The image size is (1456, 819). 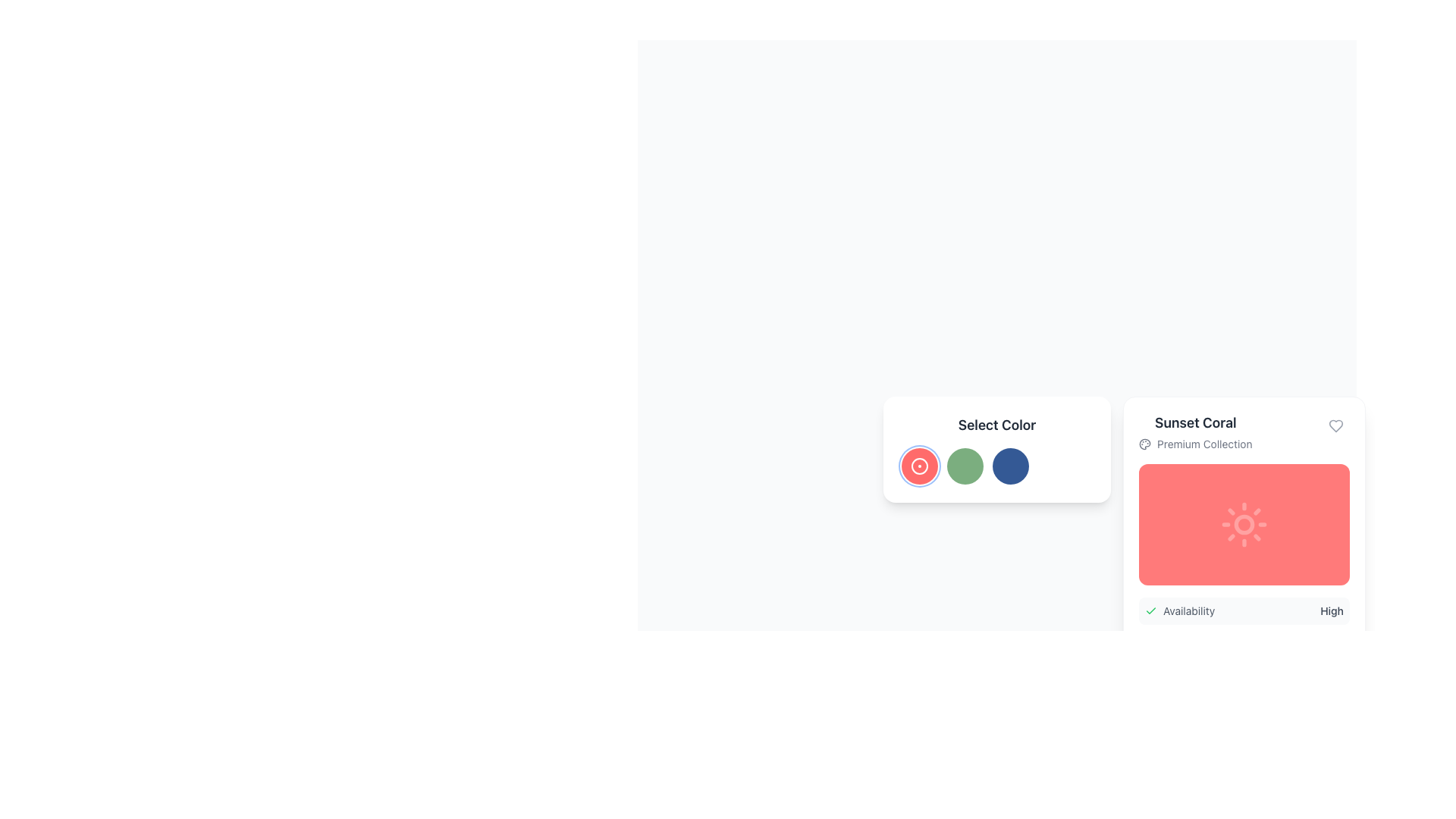 I want to click on the circular geometric shape within the color palette icon, which is part of the SVG representation labeled 'Select Color.', so click(x=1145, y=444).